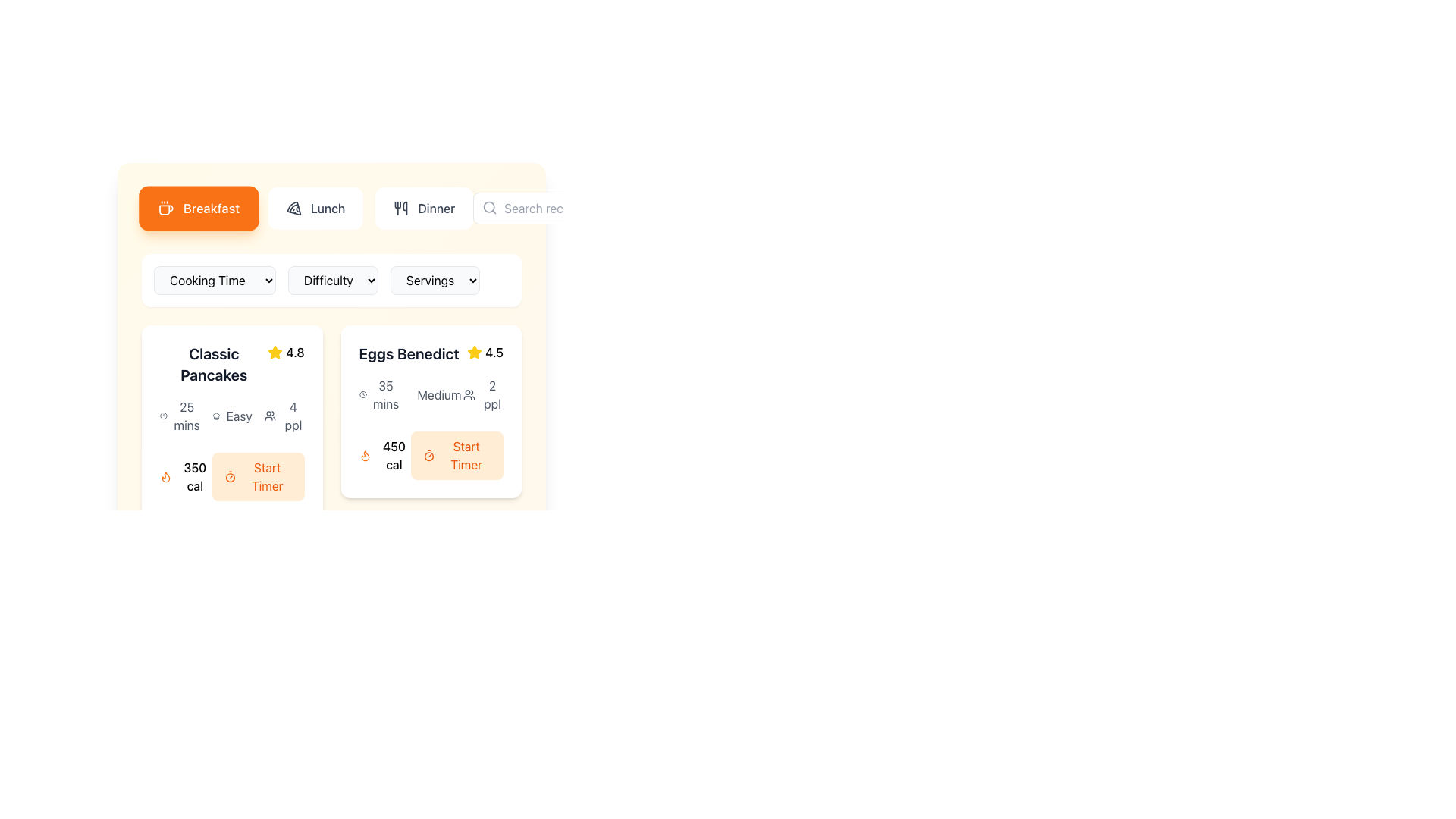 The width and height of the screenshot is (1456, 819). What do you see at coordinates (362, 394) in the screenshot?
I see `the decorative or informational icon that indicates time-related information, located to the left of the '35 mins' label within the 'Eggs Benedict' card` at bounding box center [362, 394].